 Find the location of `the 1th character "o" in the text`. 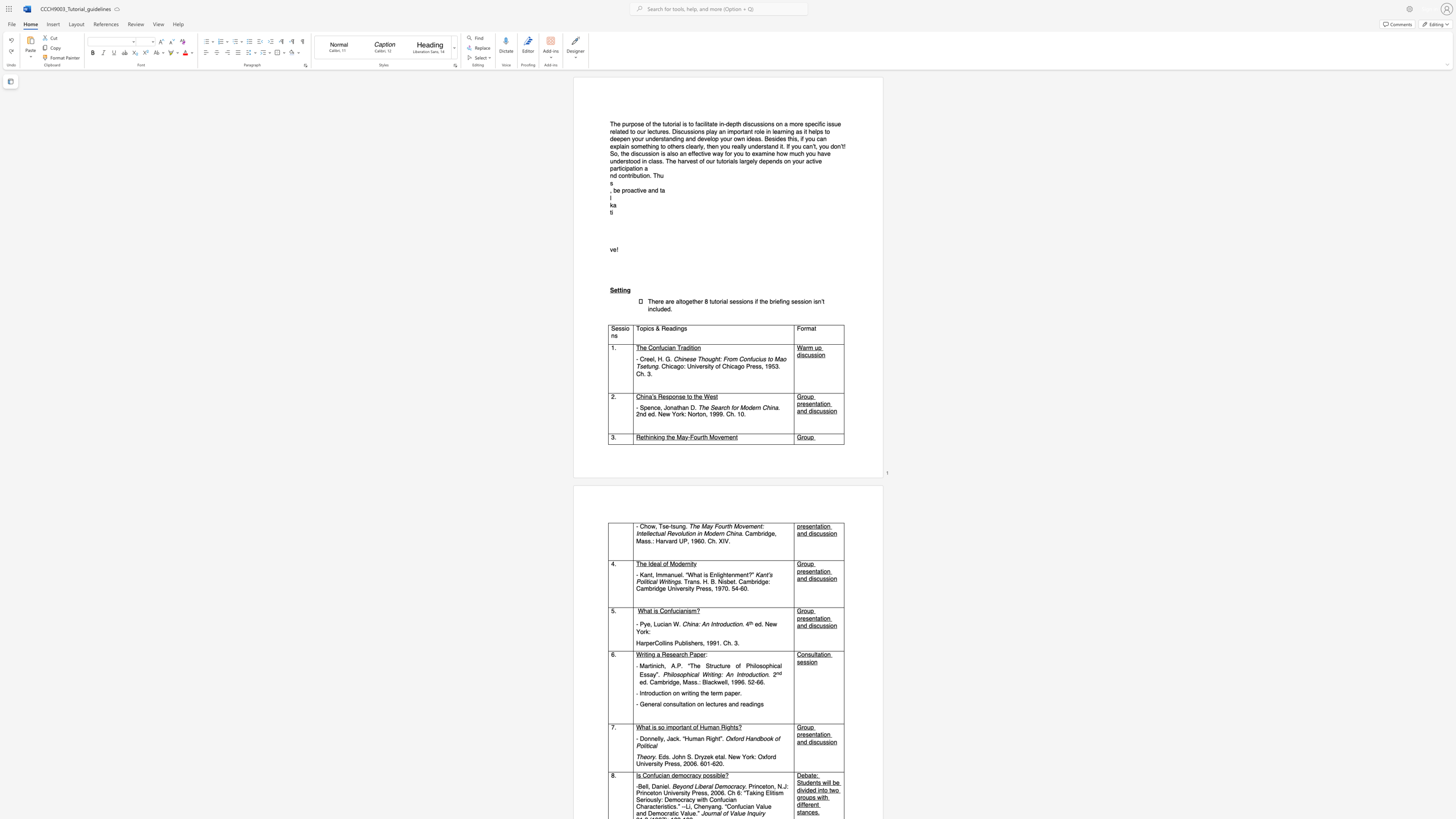

the 1th character "o" in the text is located at coordinates (641, 329).